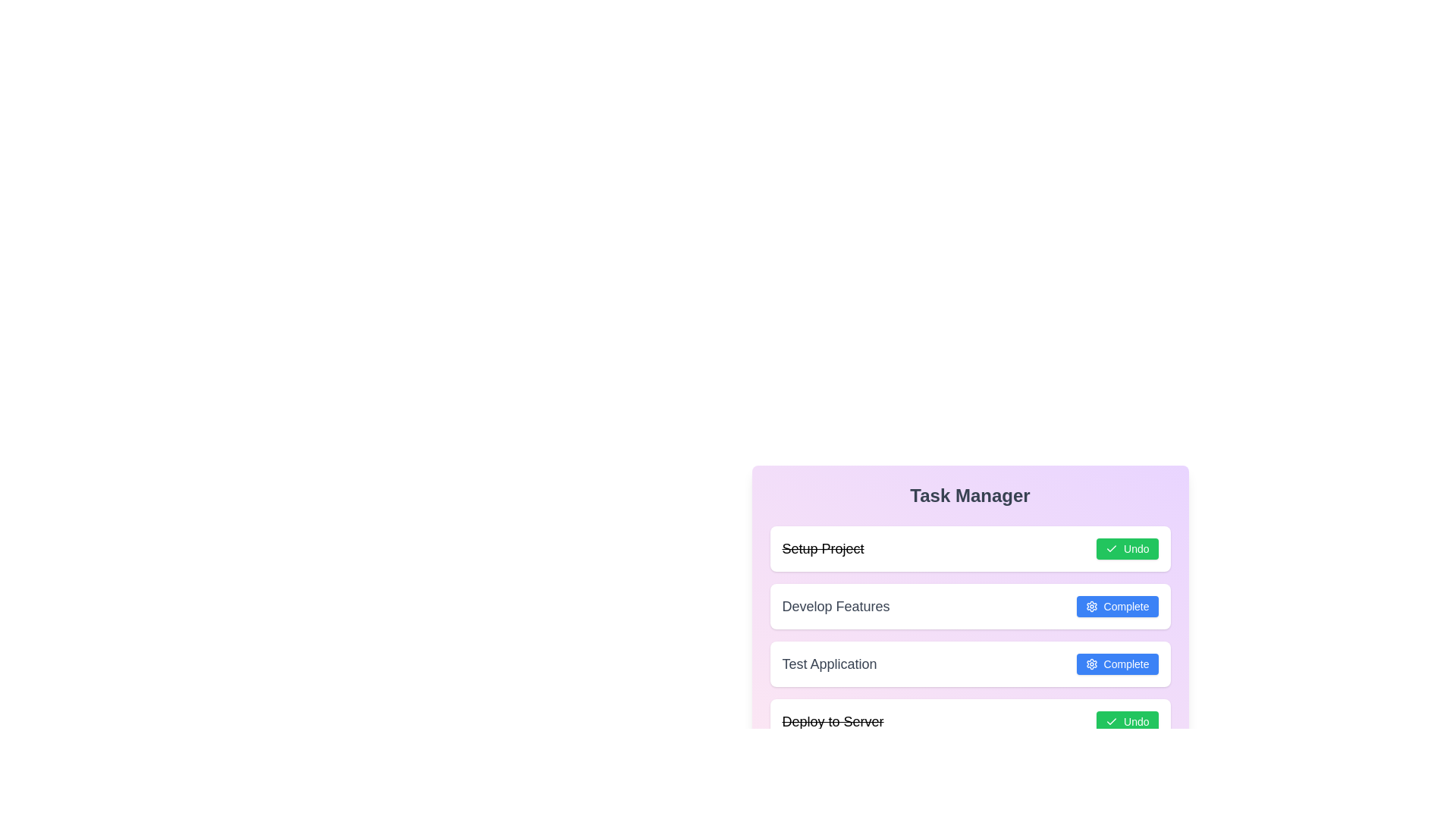 This screenshot has width=1456, height=819. Describe the element at coordinates (1127, 721) in the screenshot. I see `the Undo button for the task Deploy to Server` at that location.